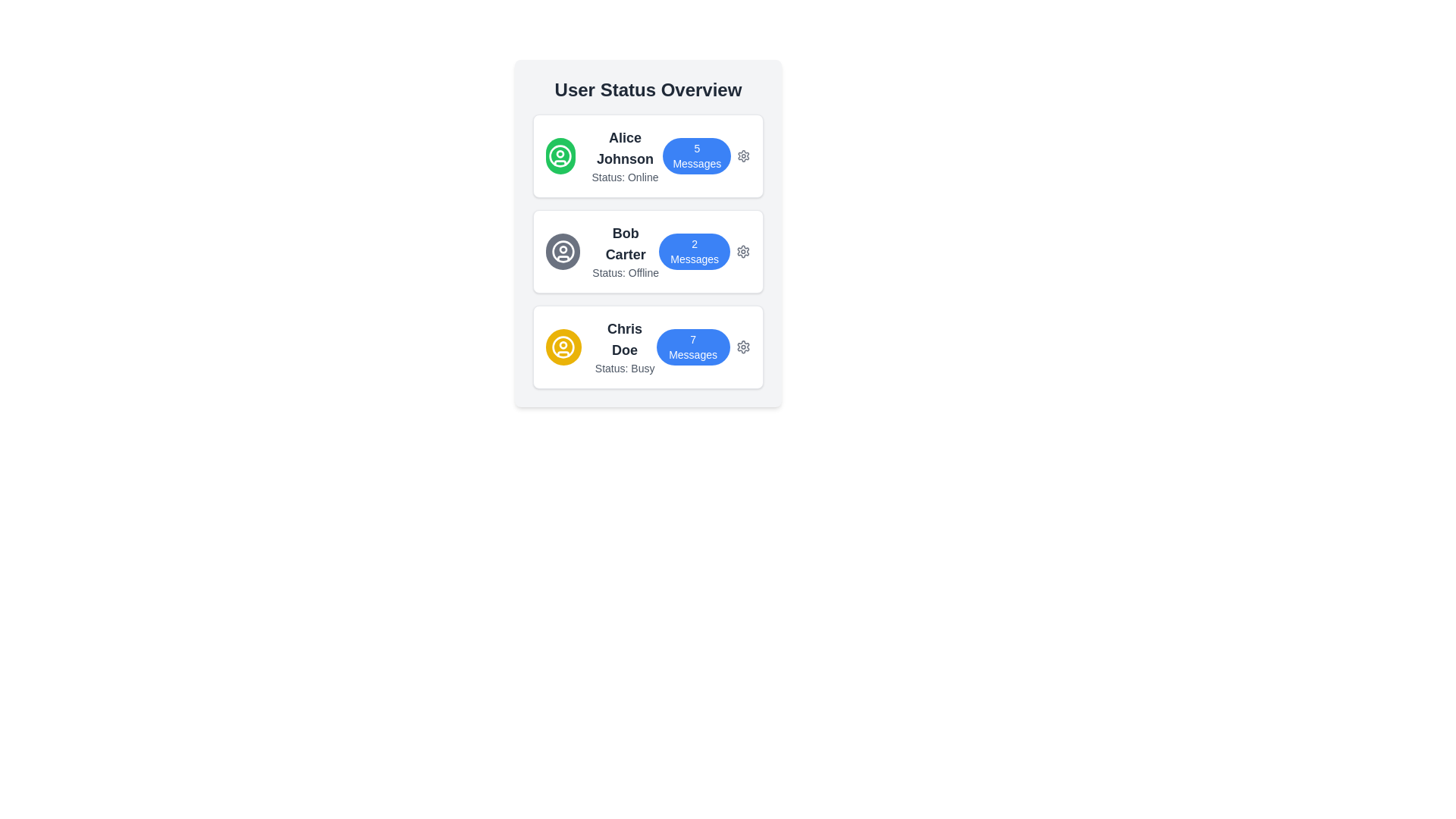 Image resolution: width=1456 pixels, height=819 pixels. Describe the element at coordinates (563, 347) in the screenshot. I see `the user icon representing 'Chris Doe', located in the third row of the user overview list, aligned to the left` at that location.